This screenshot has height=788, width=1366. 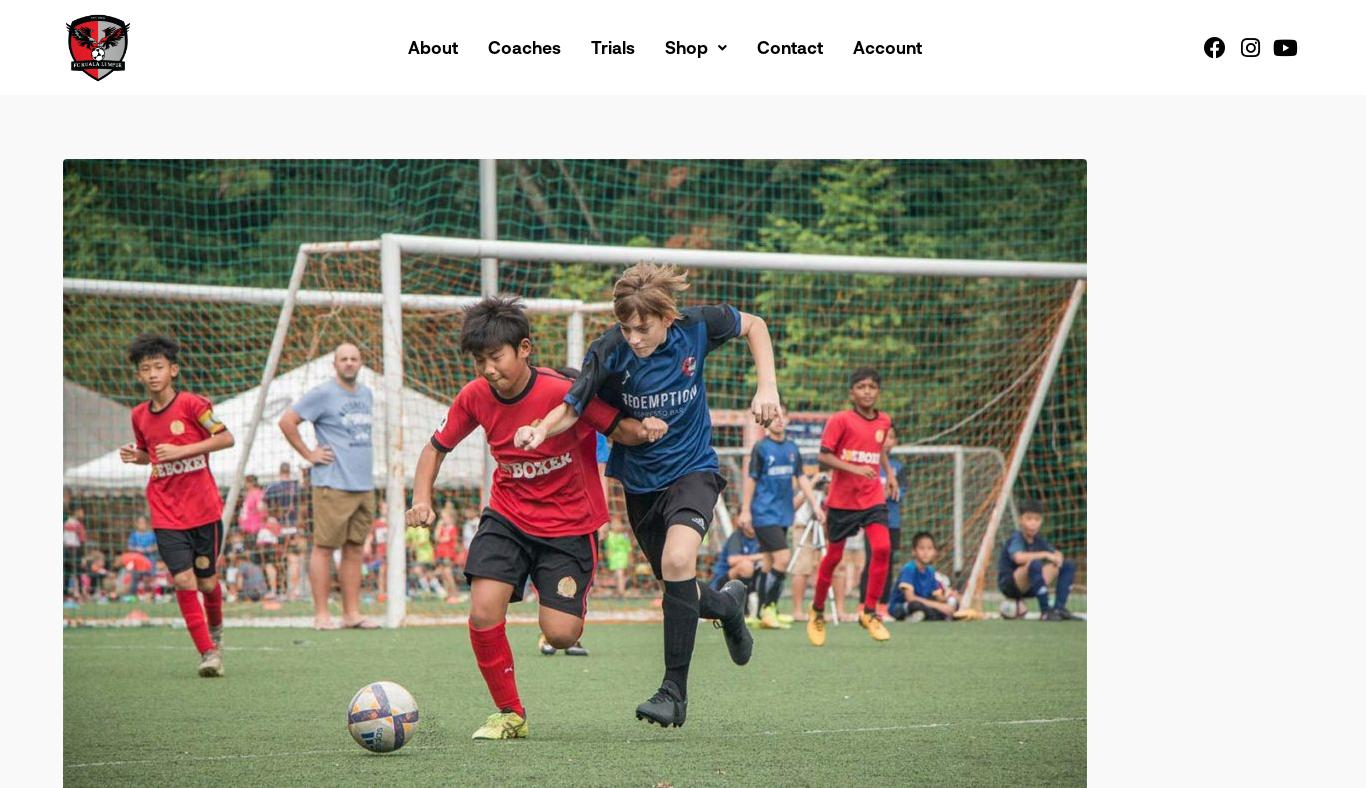 I want to click on 'Account', so click(x=886, y=45).